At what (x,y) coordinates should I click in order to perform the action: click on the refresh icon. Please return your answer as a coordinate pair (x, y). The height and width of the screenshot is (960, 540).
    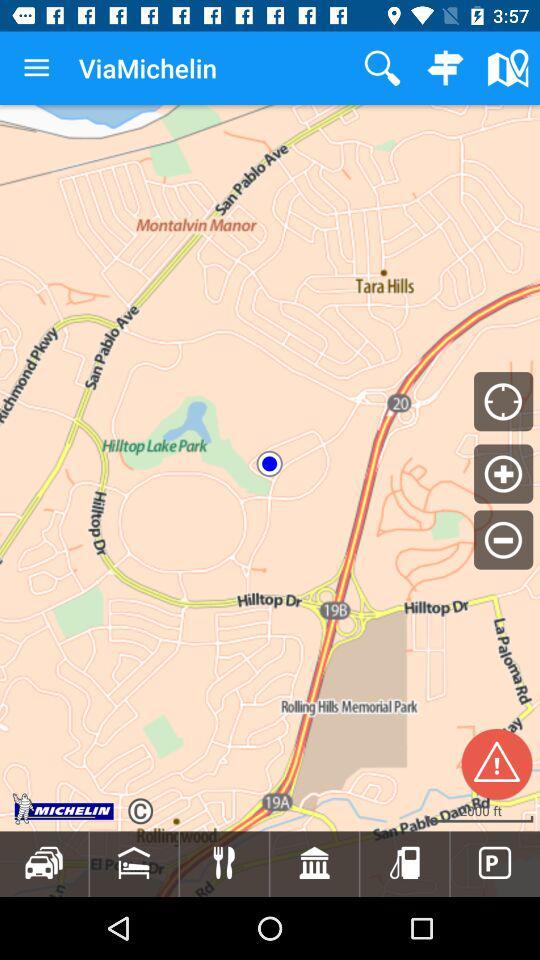
    Looking at the image, I should click on (139, 811).